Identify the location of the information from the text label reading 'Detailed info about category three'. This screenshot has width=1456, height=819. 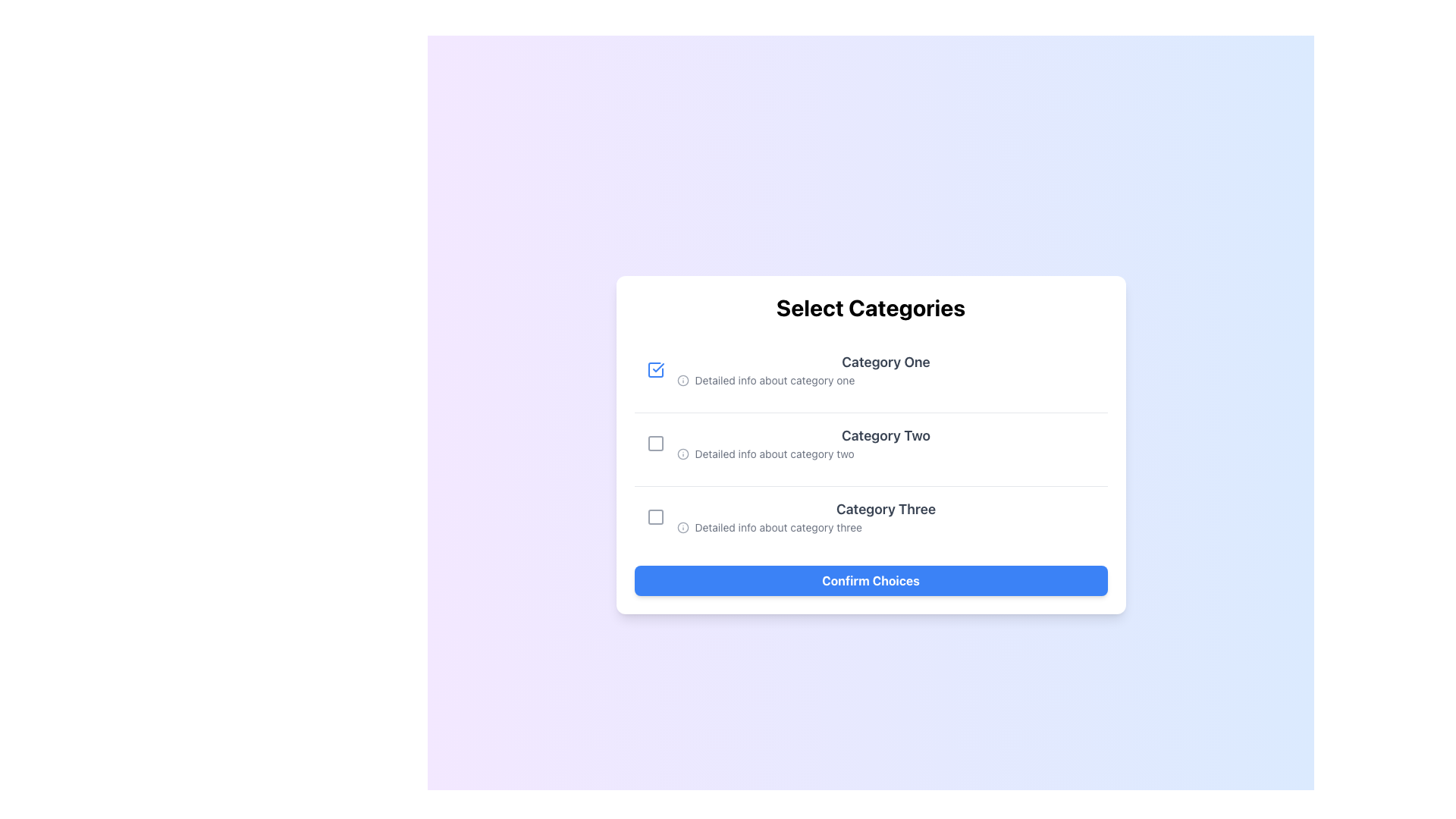
(886, 526).